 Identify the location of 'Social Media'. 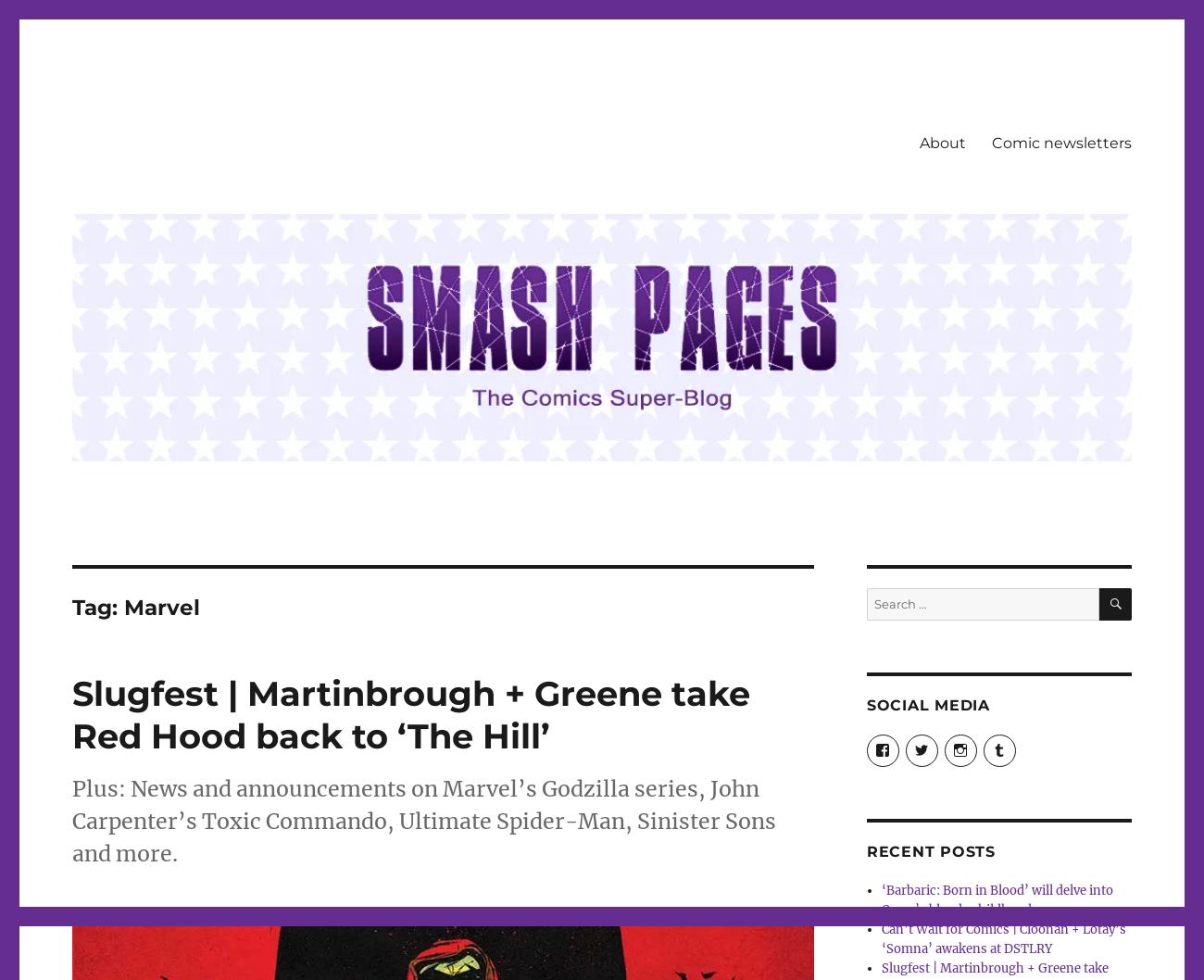
(926, 704).